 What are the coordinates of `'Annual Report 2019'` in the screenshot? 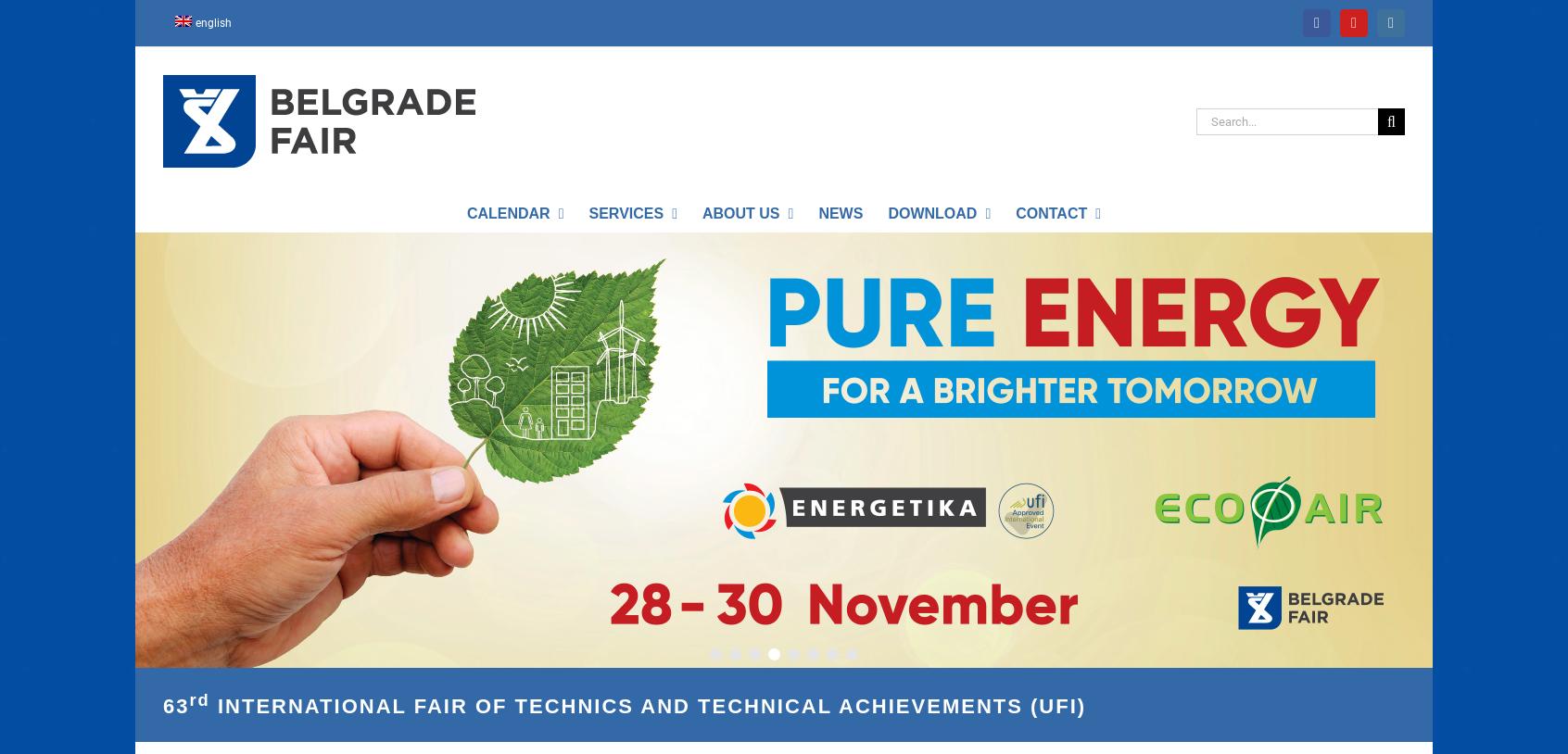 It's located at (706, 249).